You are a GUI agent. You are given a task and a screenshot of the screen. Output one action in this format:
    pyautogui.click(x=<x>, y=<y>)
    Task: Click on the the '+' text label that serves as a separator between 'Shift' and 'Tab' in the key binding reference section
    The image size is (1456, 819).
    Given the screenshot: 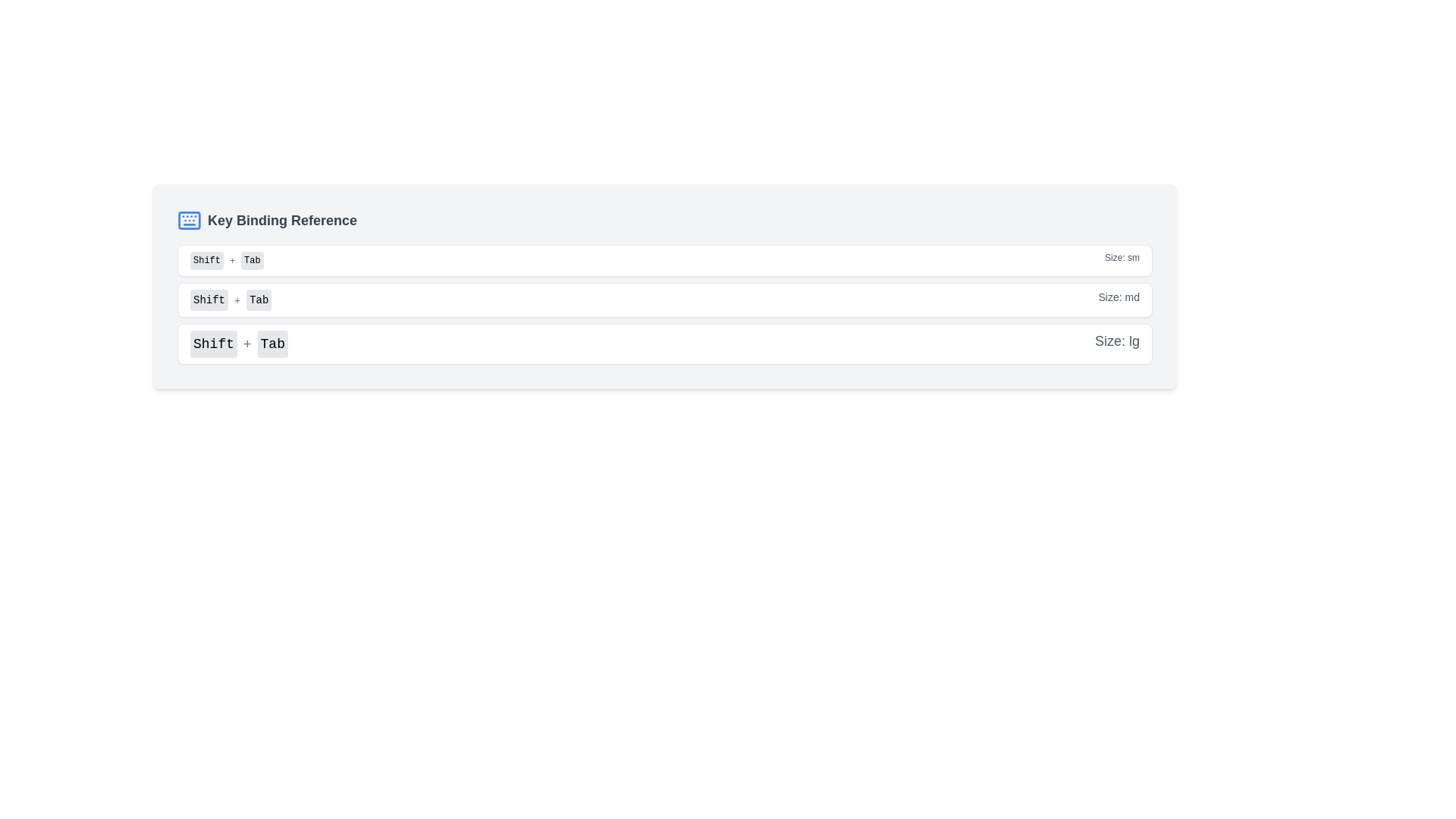 What is the action you would take?
    pyautogui.click(x=237, y=300)
    